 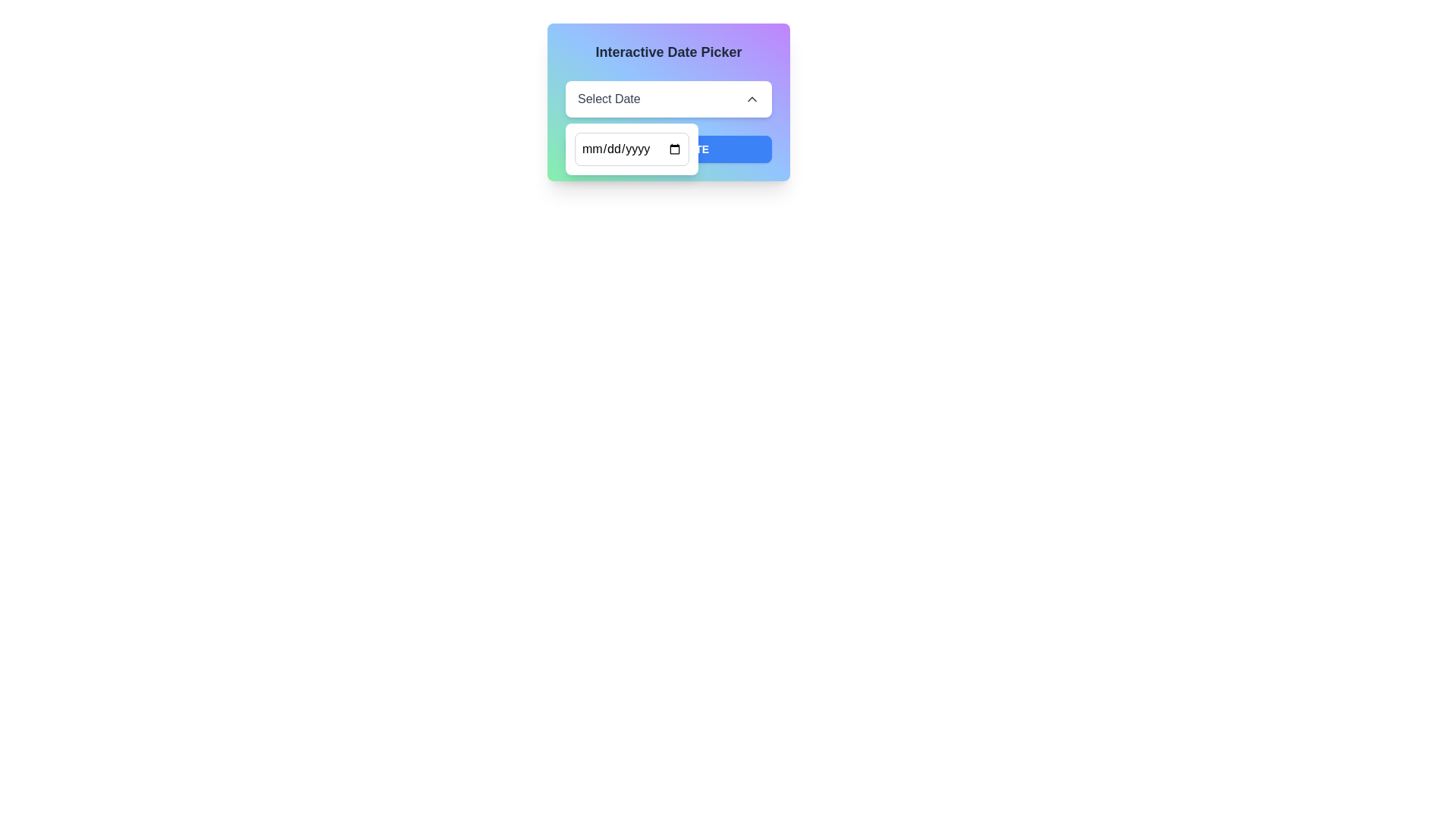 What do you see at coordinates (632, 149) in the screenshot?
I see `the Date Picker Input Field which has a white background, rounded edges, and a calendar icon on the right` at bounding box center [632, 149].